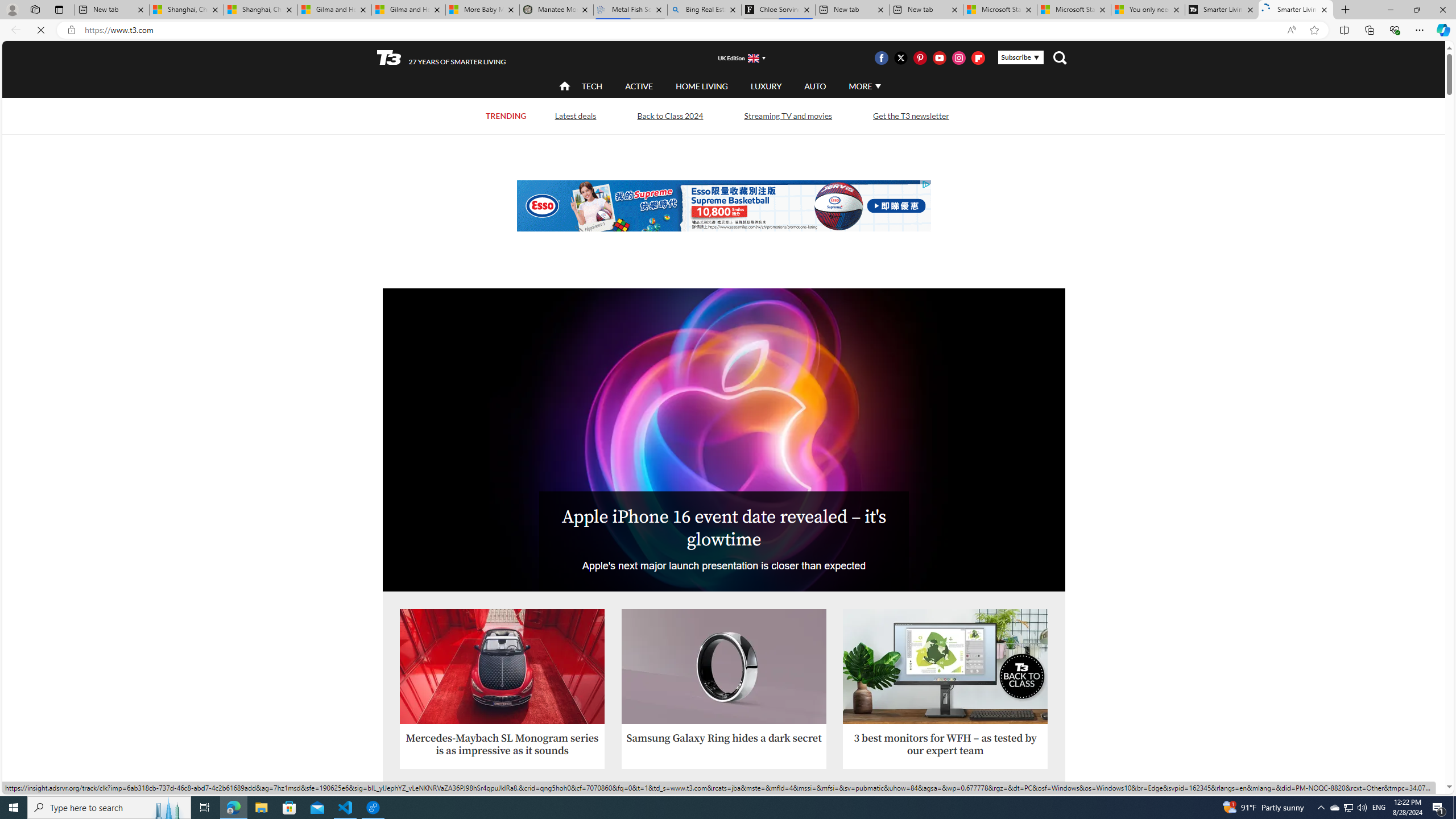 The width and height of the screenshot is (1456, 819). What do you see at coordinates (777, 9) in the screenshot?
I see `'Chloe Sorvino'` at bounding box center [777, 9].